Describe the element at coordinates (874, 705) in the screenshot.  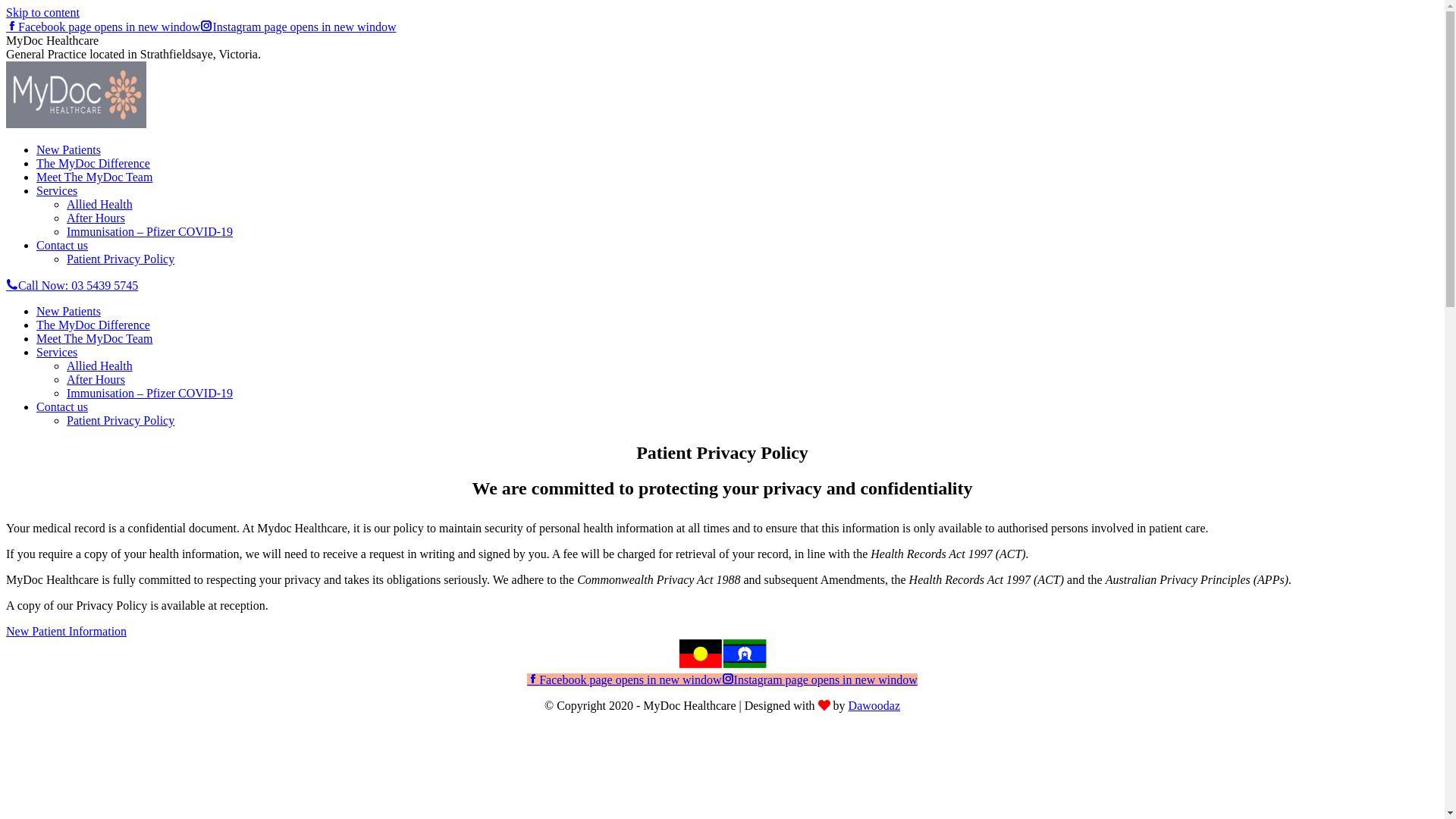
I see `'Dawoodaz'` at that location.